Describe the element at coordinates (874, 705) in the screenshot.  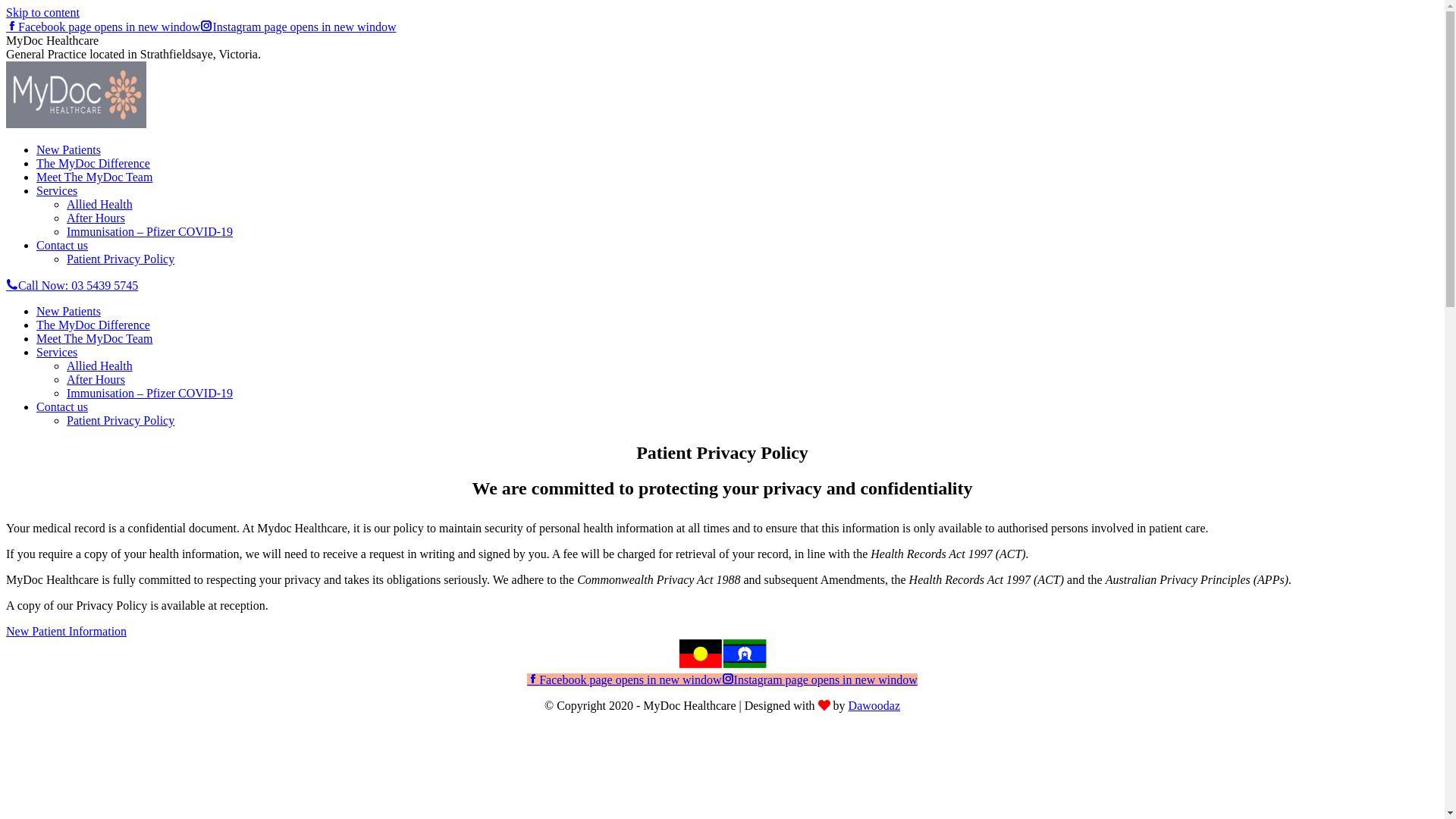
I see `'Dawoodaz'` at that location.